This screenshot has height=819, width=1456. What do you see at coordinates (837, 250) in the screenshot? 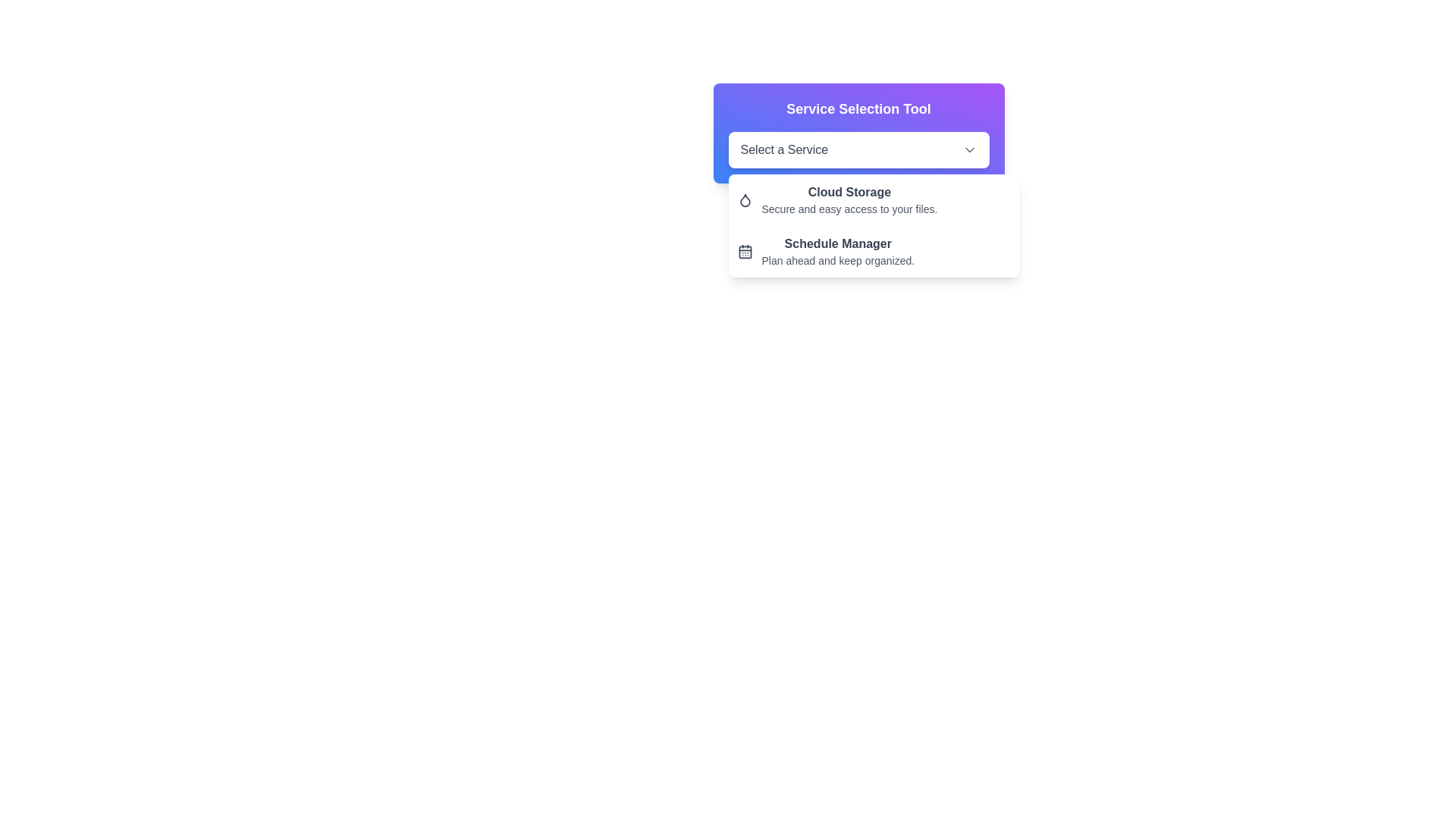
I see `the 'Schedule Manager' text block` at bounding box center [837, 250].